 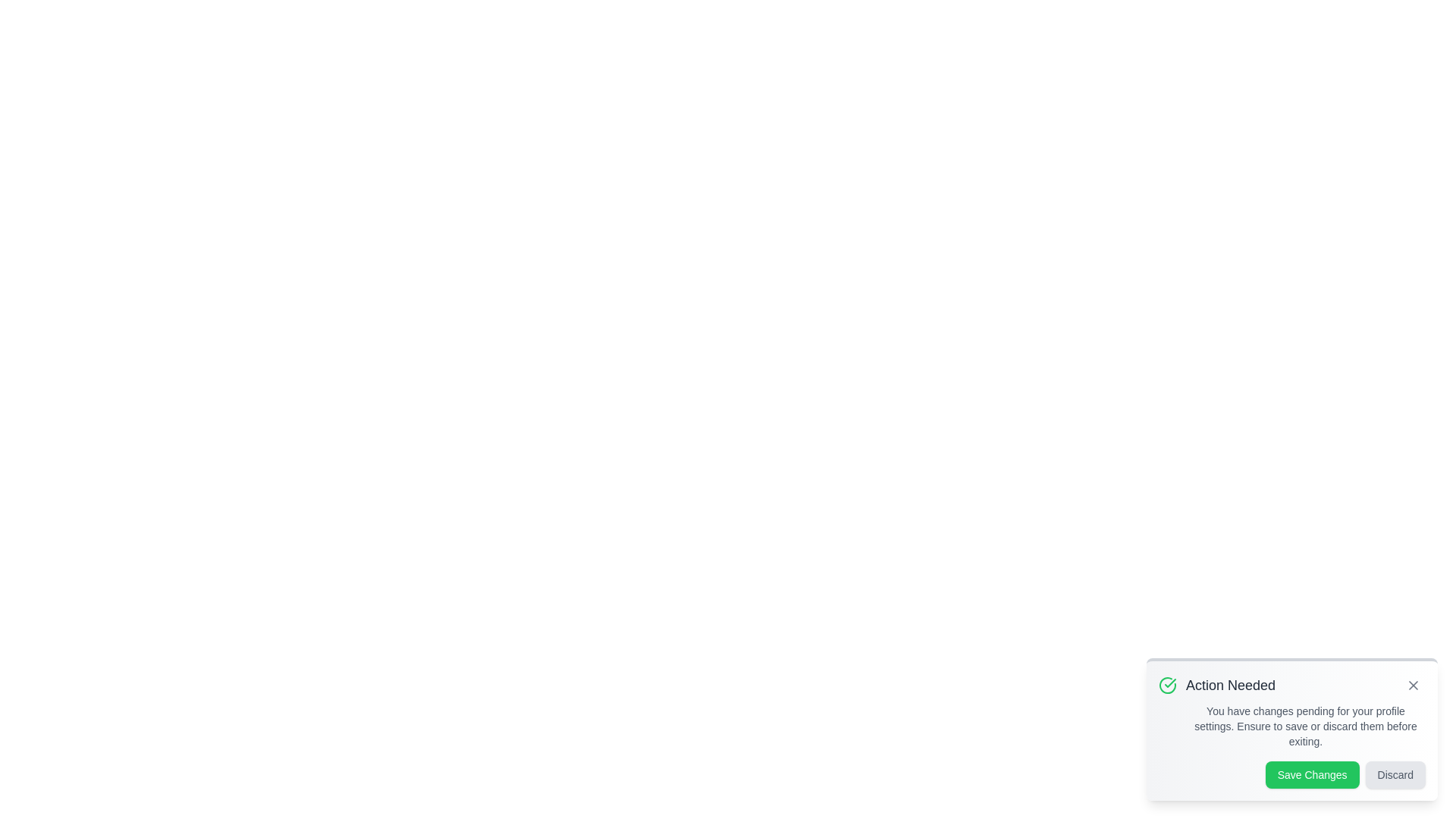 What do you see at coordinates (1311, 775) in the screenshot?
I see `the 'Save Changes' button to save the changes` at bounding box center [1311, 775].